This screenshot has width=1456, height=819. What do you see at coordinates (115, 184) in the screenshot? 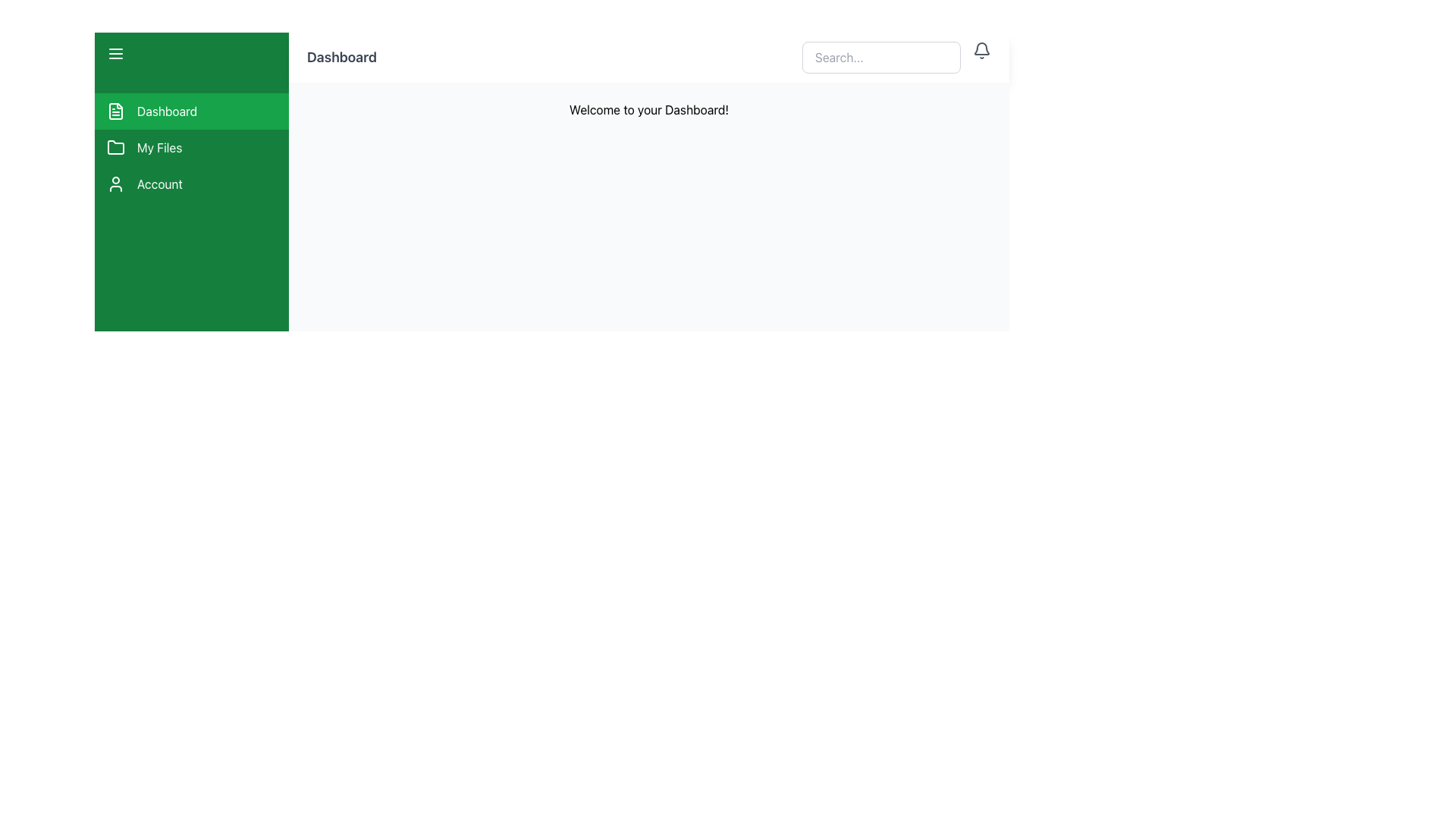
I see `the user-related options icon located next to the 'Account' text in the vertical navigation menu` at bounding box center [115, 184].